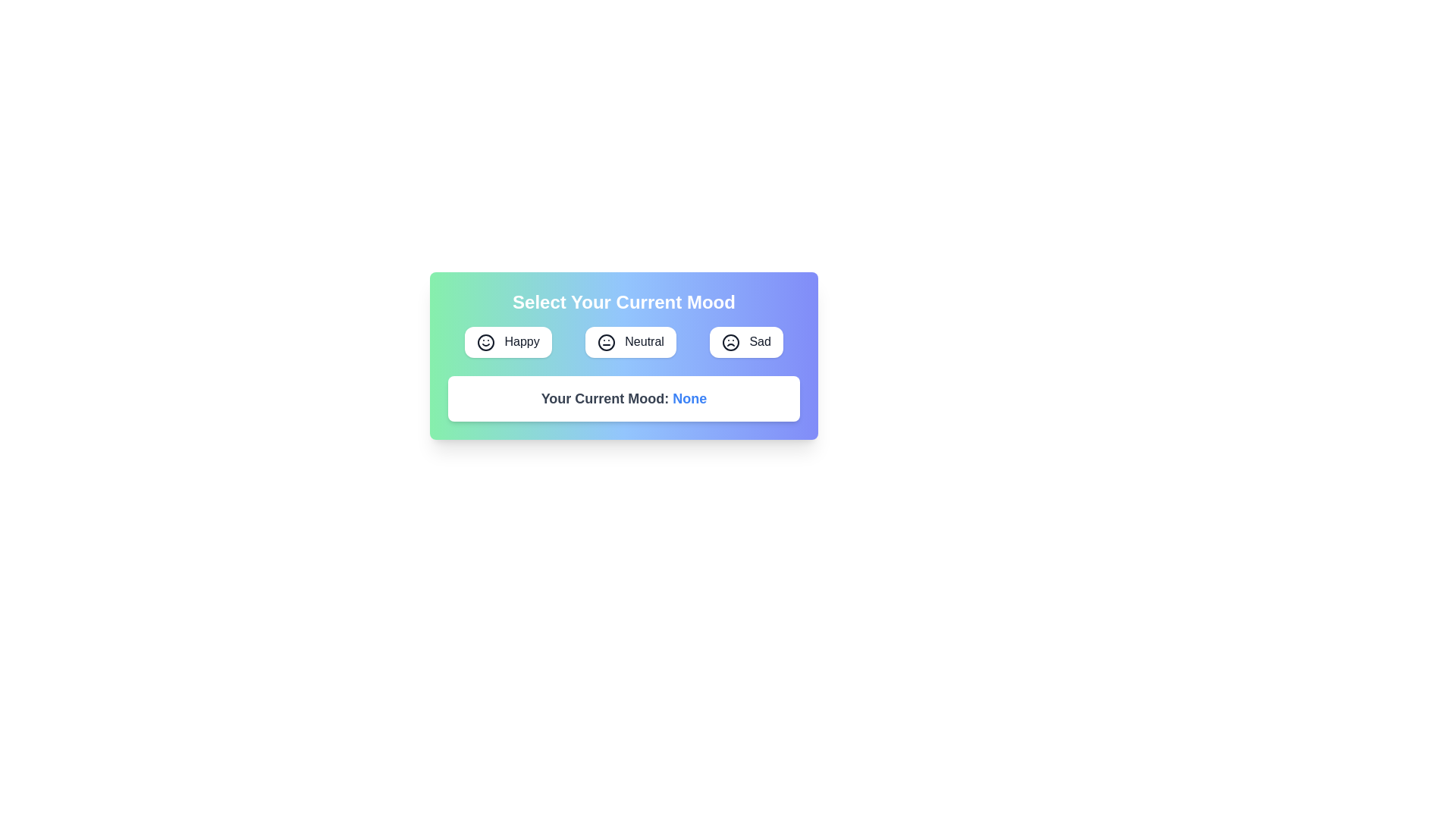 The width and height of the screenshot is (1456, 819). I want to click on the 'Happy' mood icon represented by a smiling face illustration, so click(486, 342).